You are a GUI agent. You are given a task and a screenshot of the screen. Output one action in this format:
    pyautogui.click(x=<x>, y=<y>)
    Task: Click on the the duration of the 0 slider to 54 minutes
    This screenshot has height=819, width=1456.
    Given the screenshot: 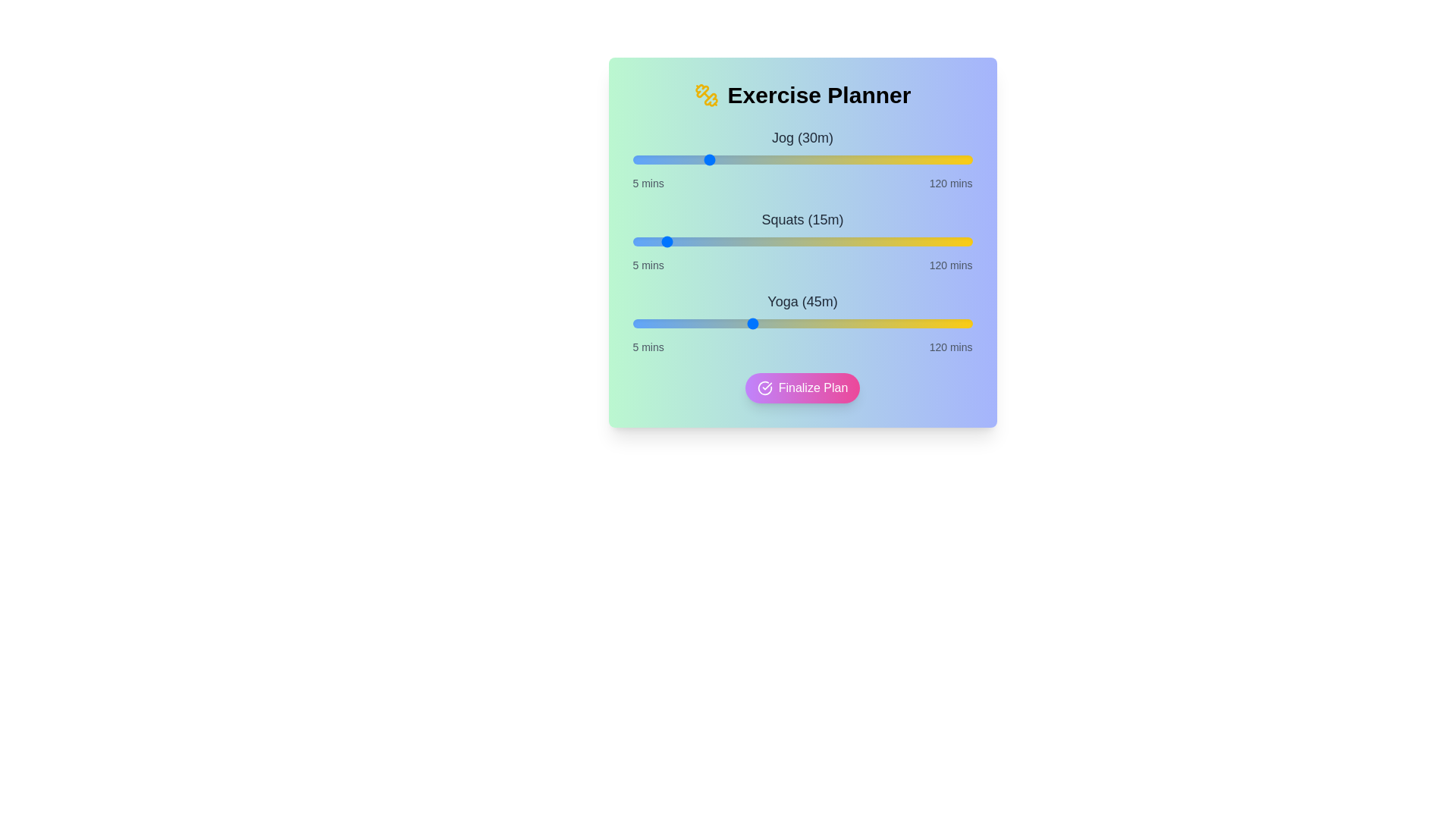 What is the action you would take?
    pyautogui.click(x=777, y=160)
    